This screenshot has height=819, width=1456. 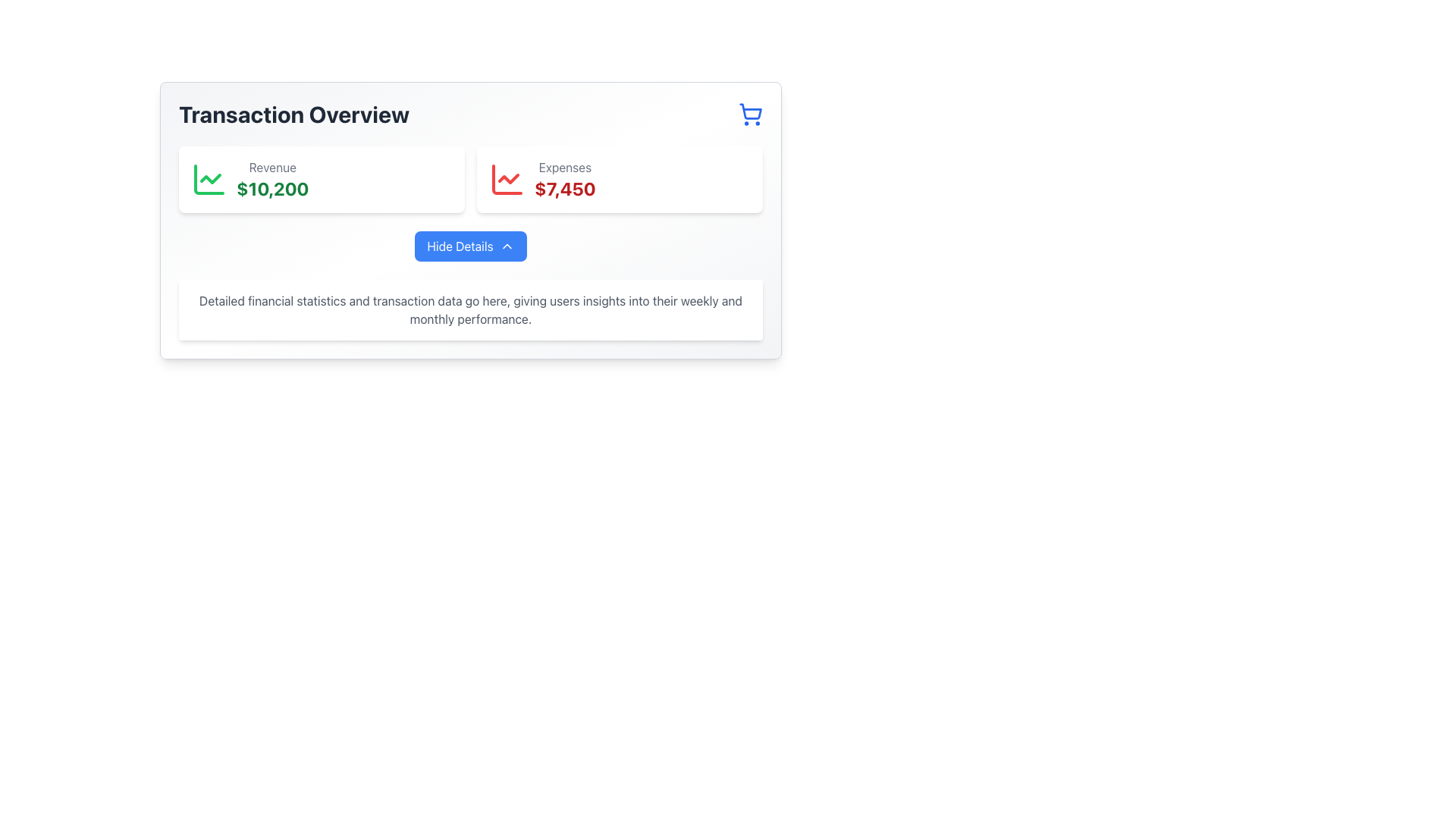 What do you see at coordinates (564, 188) in the screenshot?
I see `the static text display that shows the expenses amount in the transaction summary, located in the right column below the title 'Expenses'` at bounding box center [564, 188].